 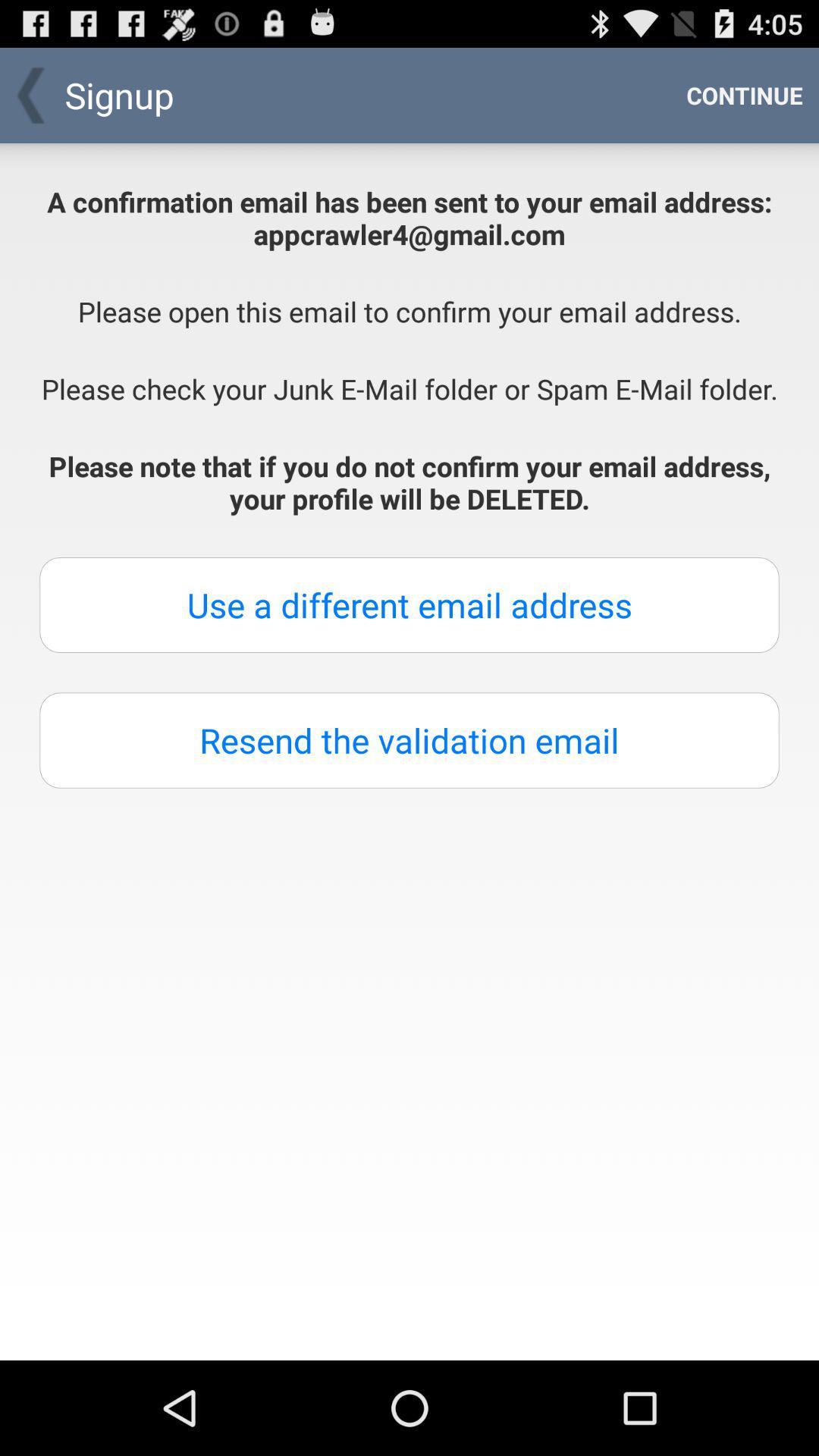 What do you see at coordinates (744, 94) in the screenshot?
I see `item next to the signup item` at bounding box center [744, 94].